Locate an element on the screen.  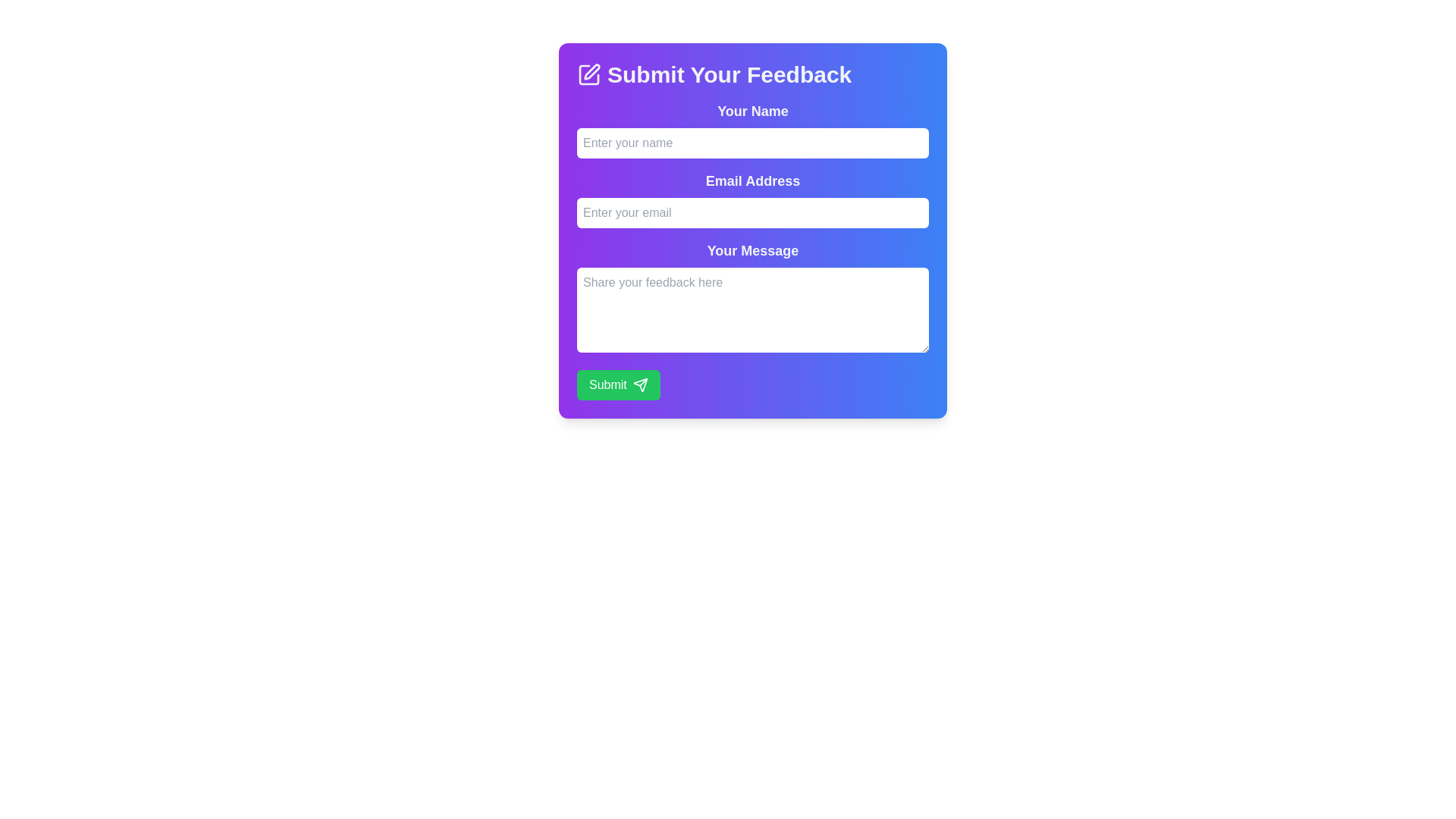
the forward-facing paper plane icon located within the green 'Submit' button at the bottom-left corner of the feedback form interface is located at coordinates (640, 384).